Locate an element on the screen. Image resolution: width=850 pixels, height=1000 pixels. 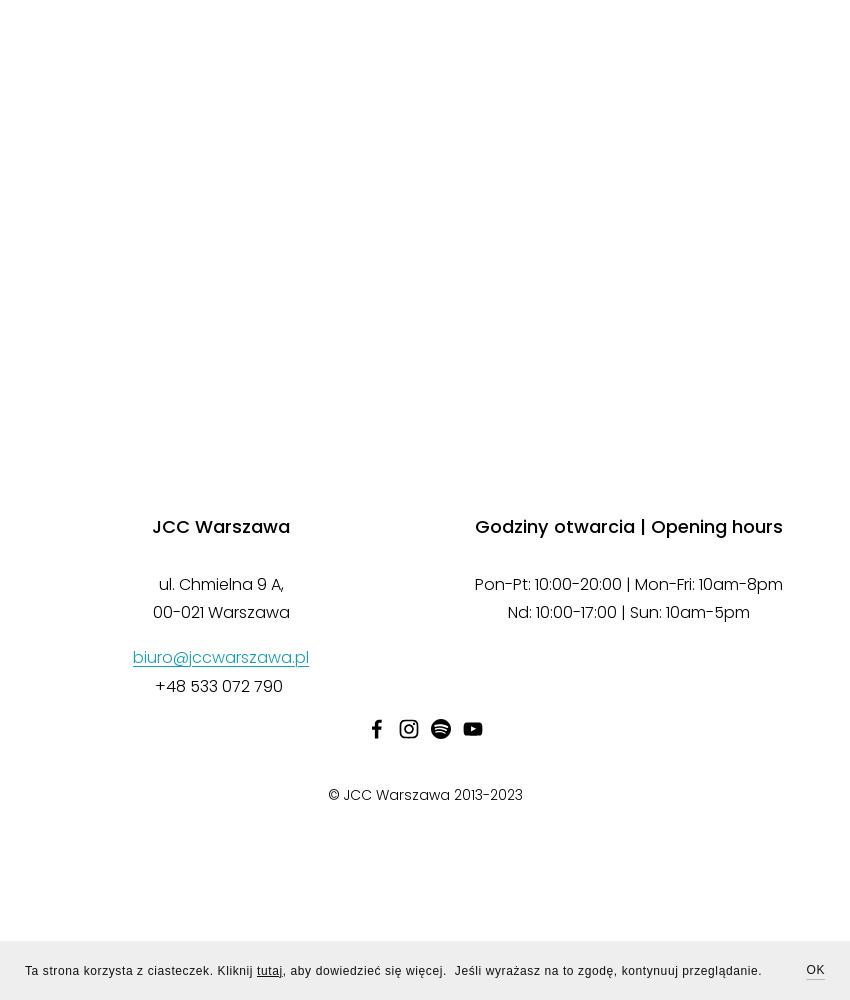
'00-021 Warszawa' is located at coordinates (220, 611).